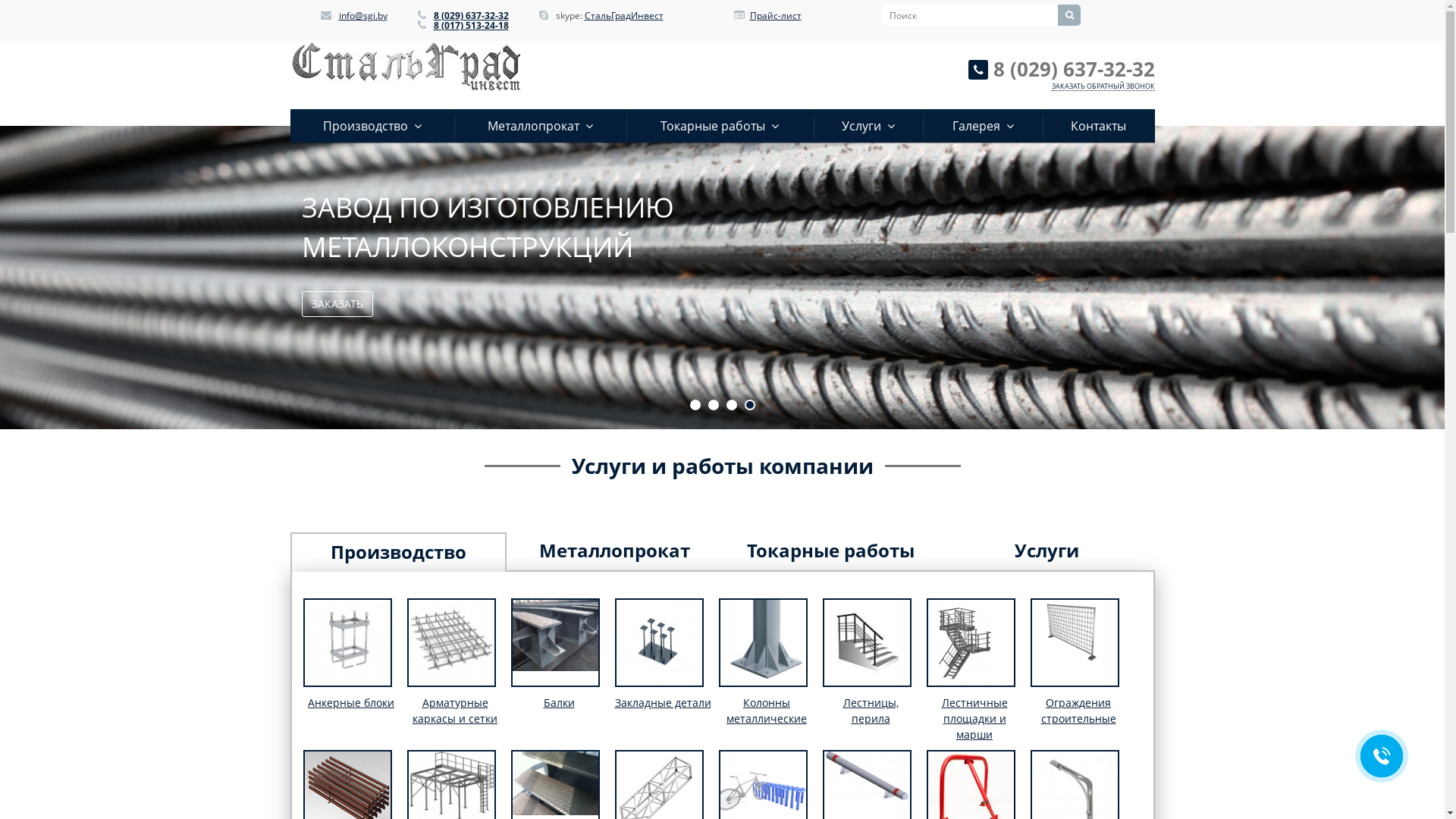 The height and width of the screenshot is (819, 1456). What do you see at coordinates (470, 15) in the screenshot?
I see `'8 (029) 637-32-32'` at bounding box center [470, 15].